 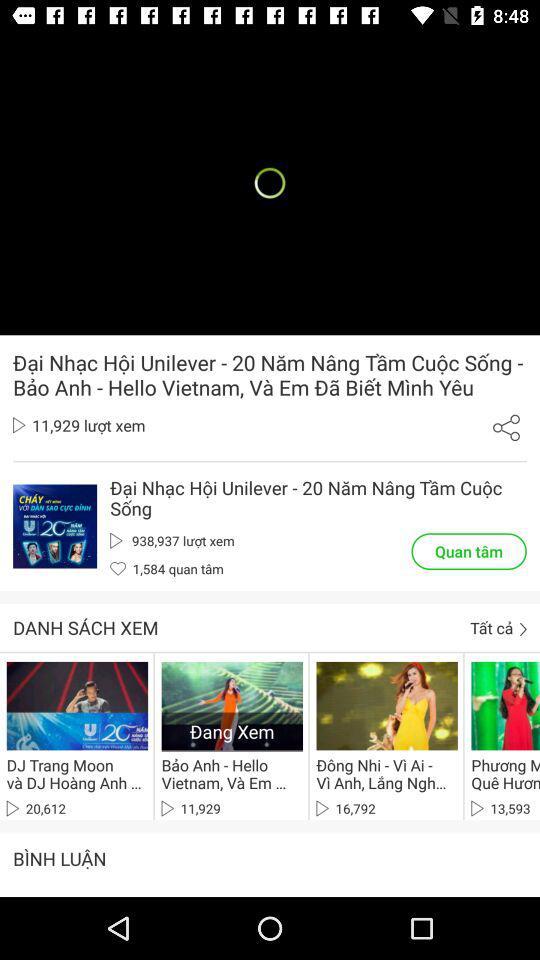 I want to click on first video at the bottom from left side, so click(x=76, y=705).